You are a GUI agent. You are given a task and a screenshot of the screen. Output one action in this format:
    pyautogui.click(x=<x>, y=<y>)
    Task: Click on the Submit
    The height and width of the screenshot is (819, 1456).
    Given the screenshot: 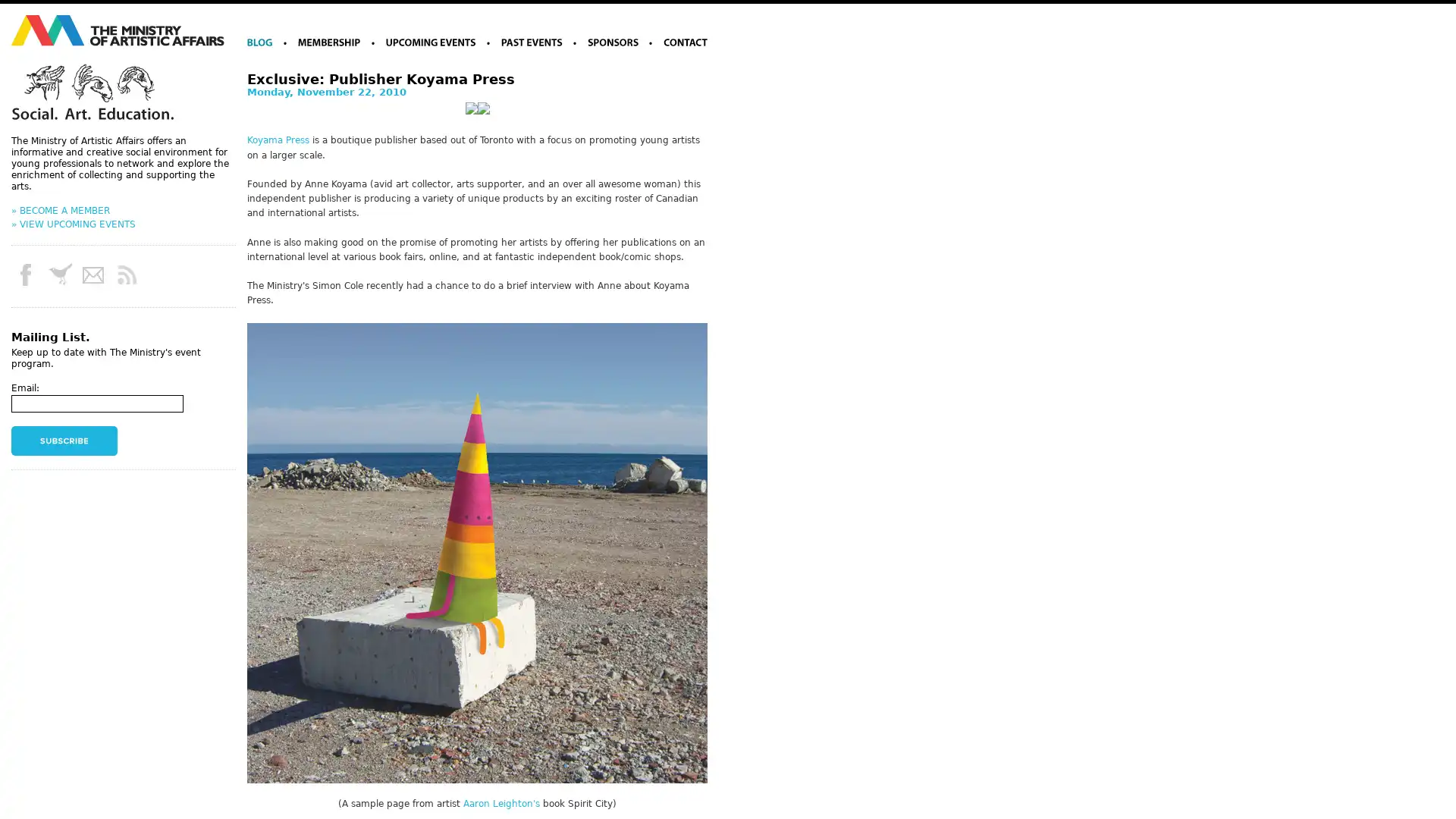 What is the action you would take?
    pyautogui.click(x=64, y=441)
    